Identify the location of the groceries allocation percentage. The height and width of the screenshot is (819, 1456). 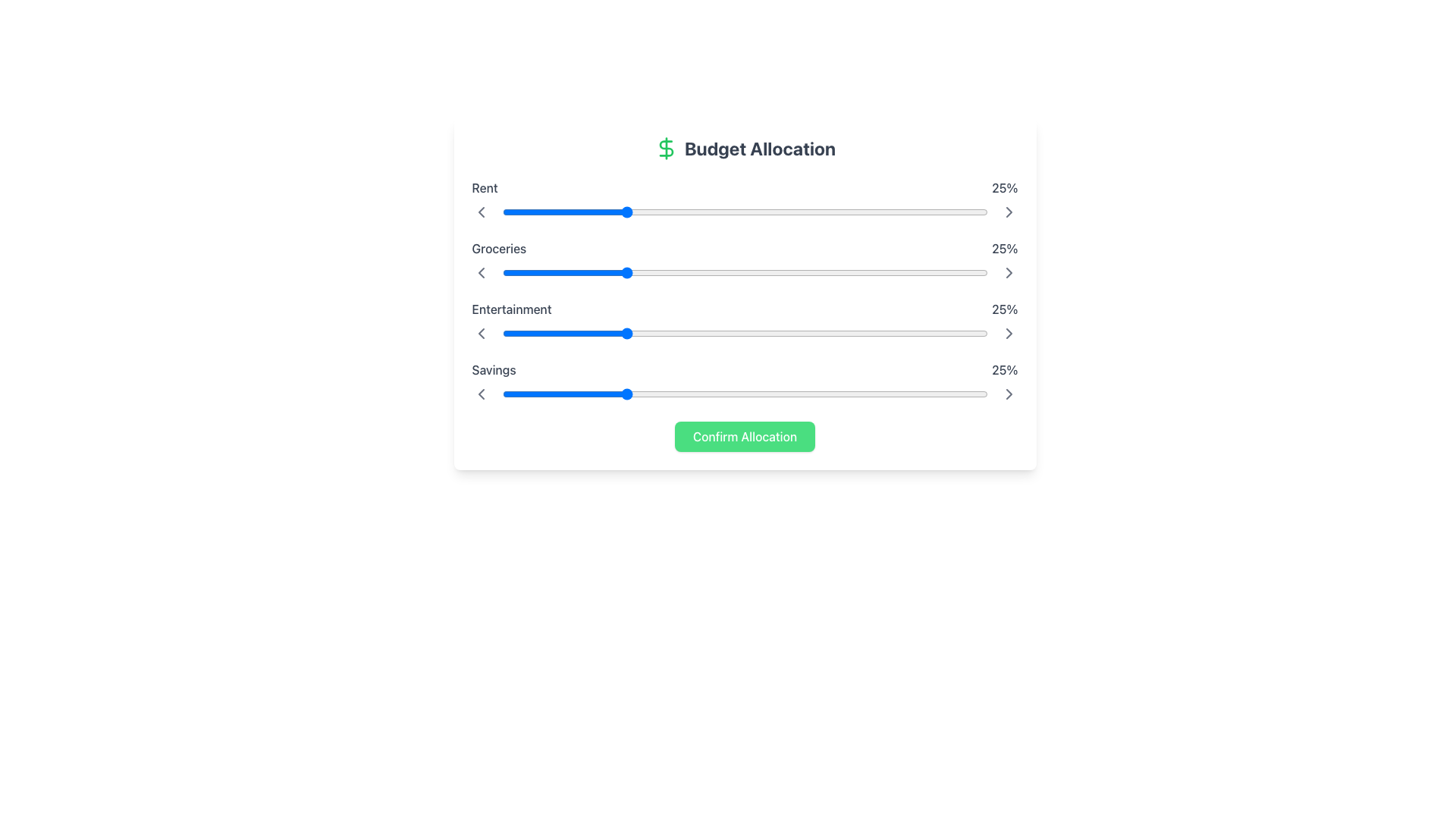
(938, 271).